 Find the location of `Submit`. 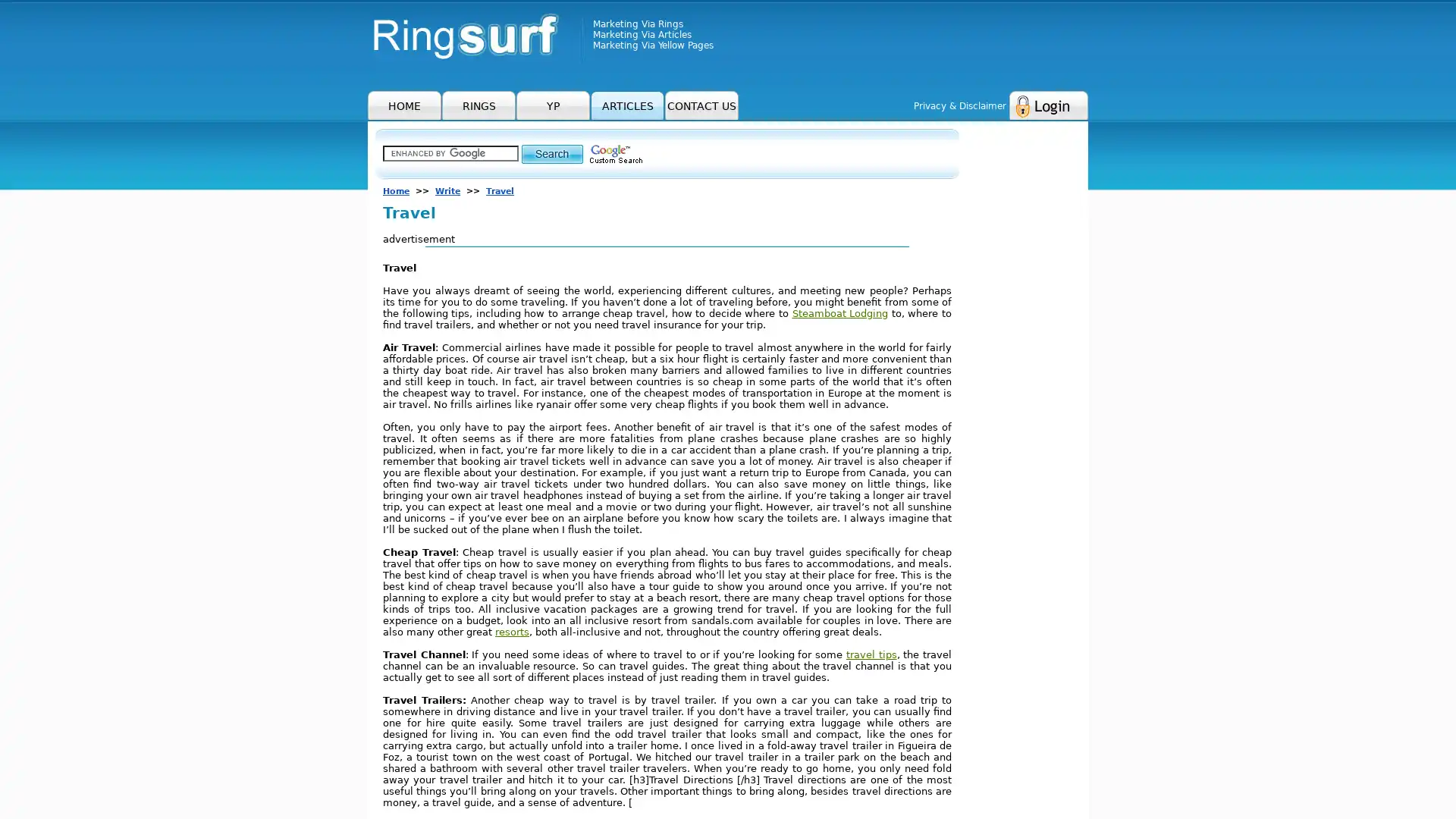

Submit is located at coordinates (551, 153).